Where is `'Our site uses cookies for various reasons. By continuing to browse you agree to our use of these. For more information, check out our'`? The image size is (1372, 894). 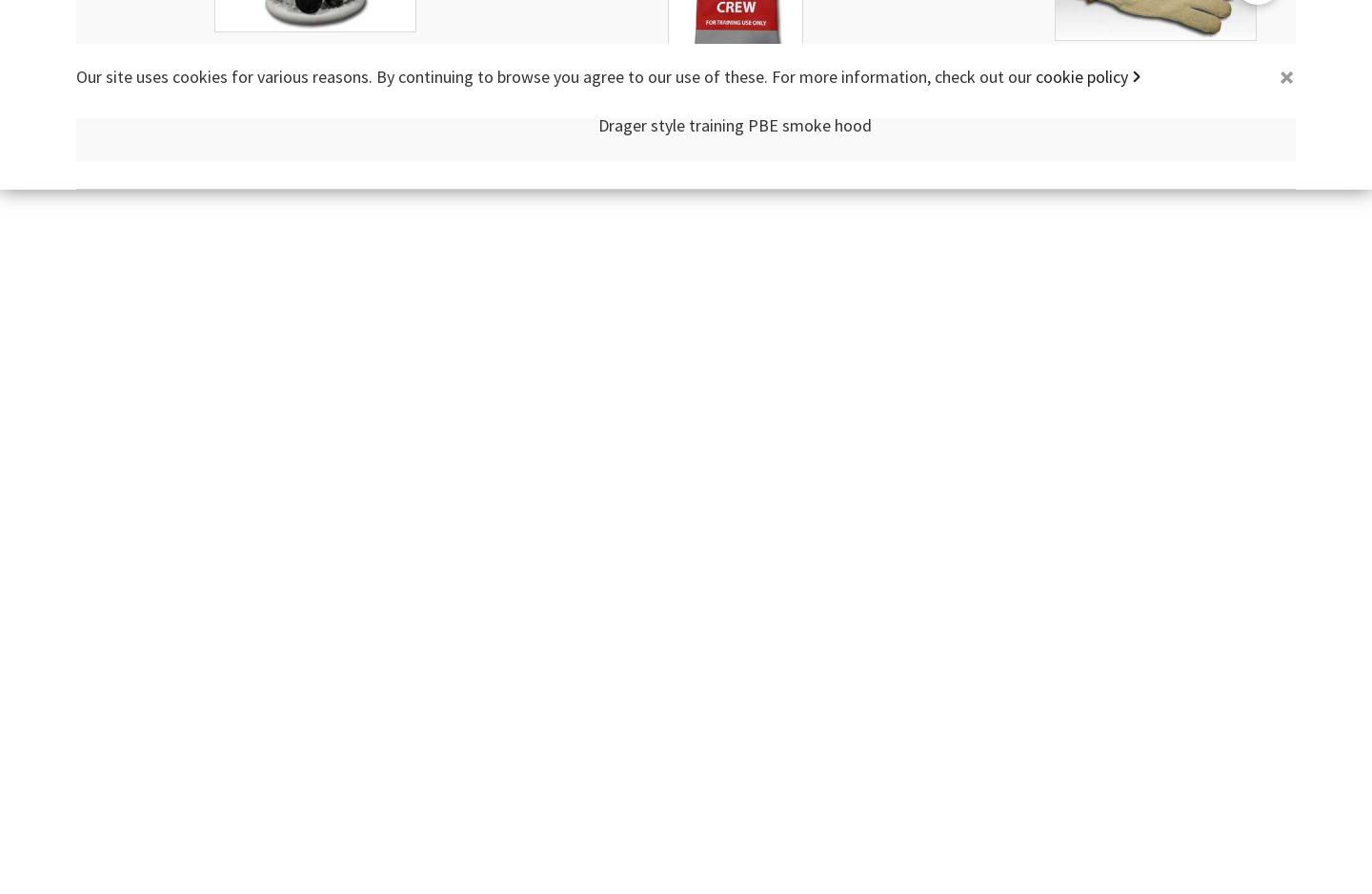 'Our site uses cookies for various reasons. By continuing to browse you agree to our use of these. For more information, check out our' is located at coordinates (555, 75).